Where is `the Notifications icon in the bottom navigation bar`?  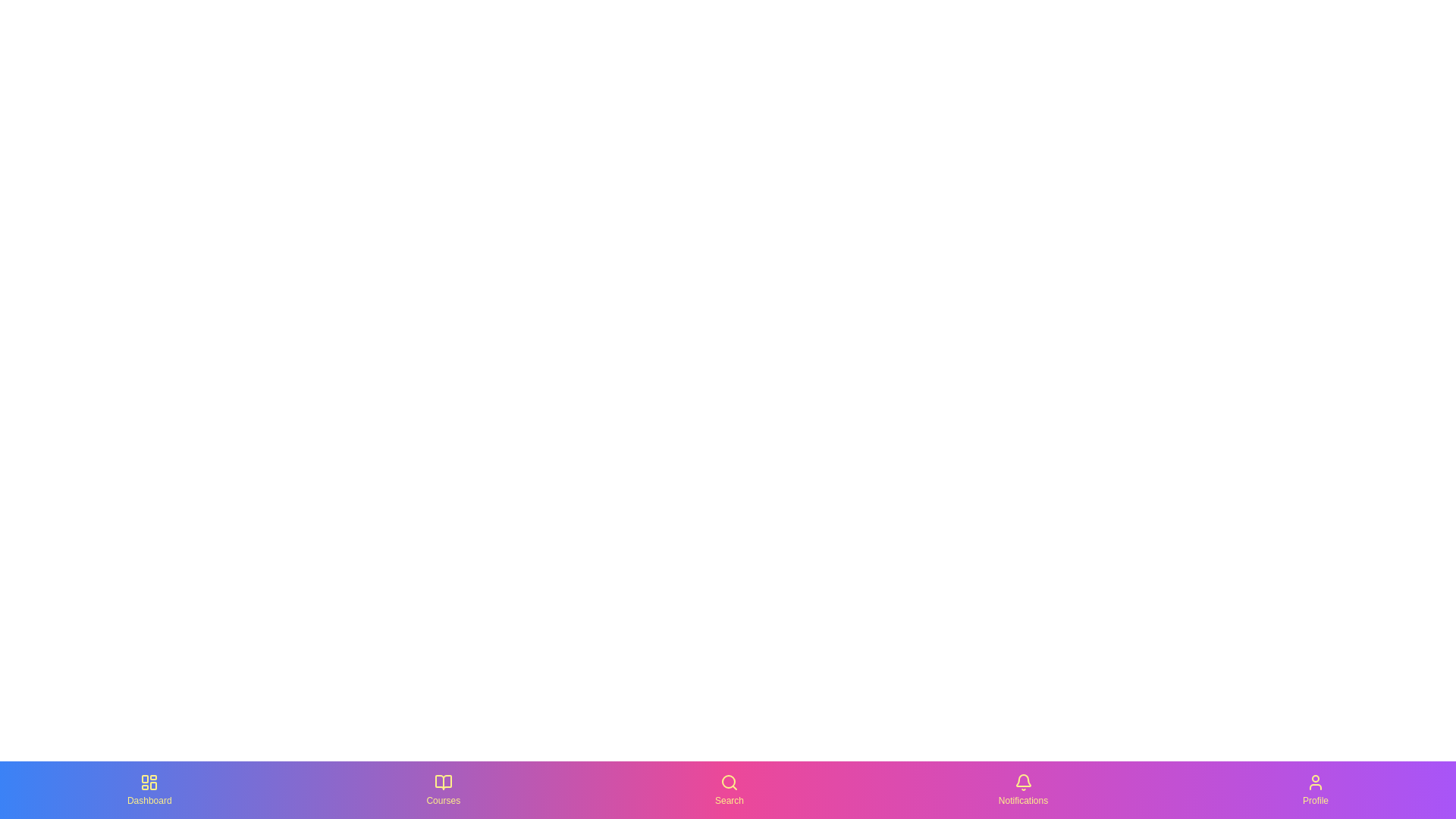
the Notifications icon in the bottom navigation bar is located at coordinates (1022, 789).